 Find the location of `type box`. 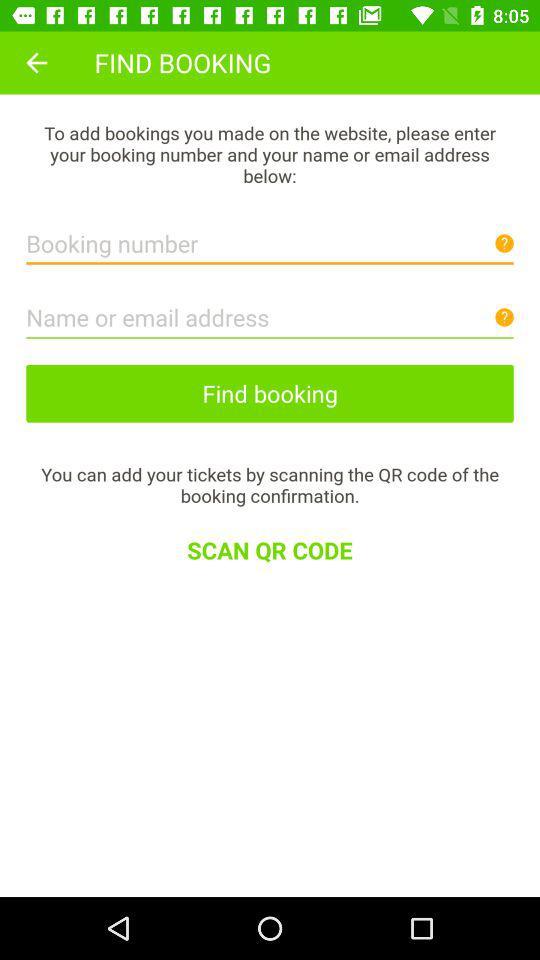

type box is located at coordinates (270, 238).